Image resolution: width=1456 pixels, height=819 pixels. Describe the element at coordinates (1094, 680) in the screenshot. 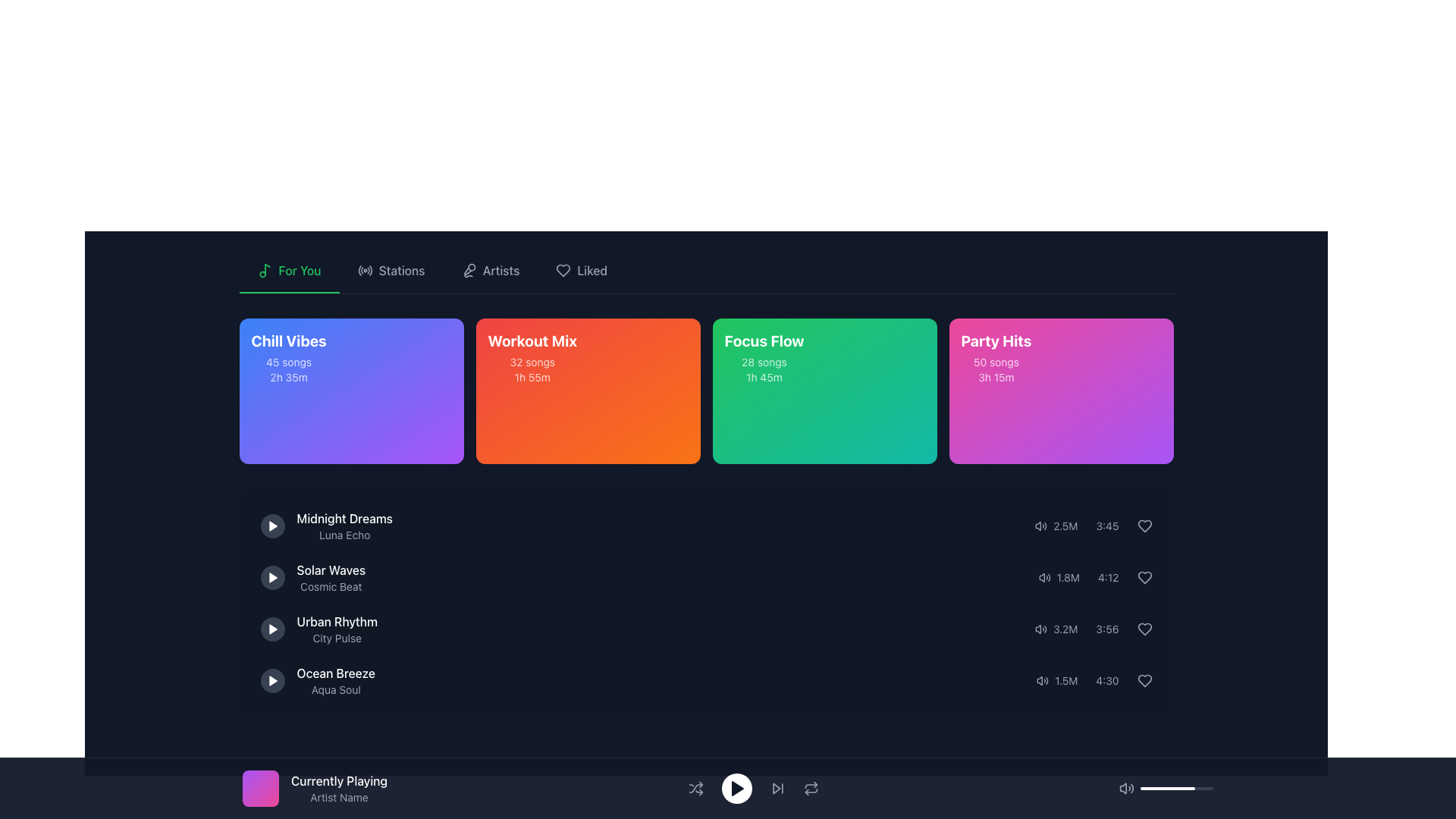

I see `the speaker icon located near the bottom of the panel, specifically in the fourth row of playlist entries, to adjust volume settings` at that location.